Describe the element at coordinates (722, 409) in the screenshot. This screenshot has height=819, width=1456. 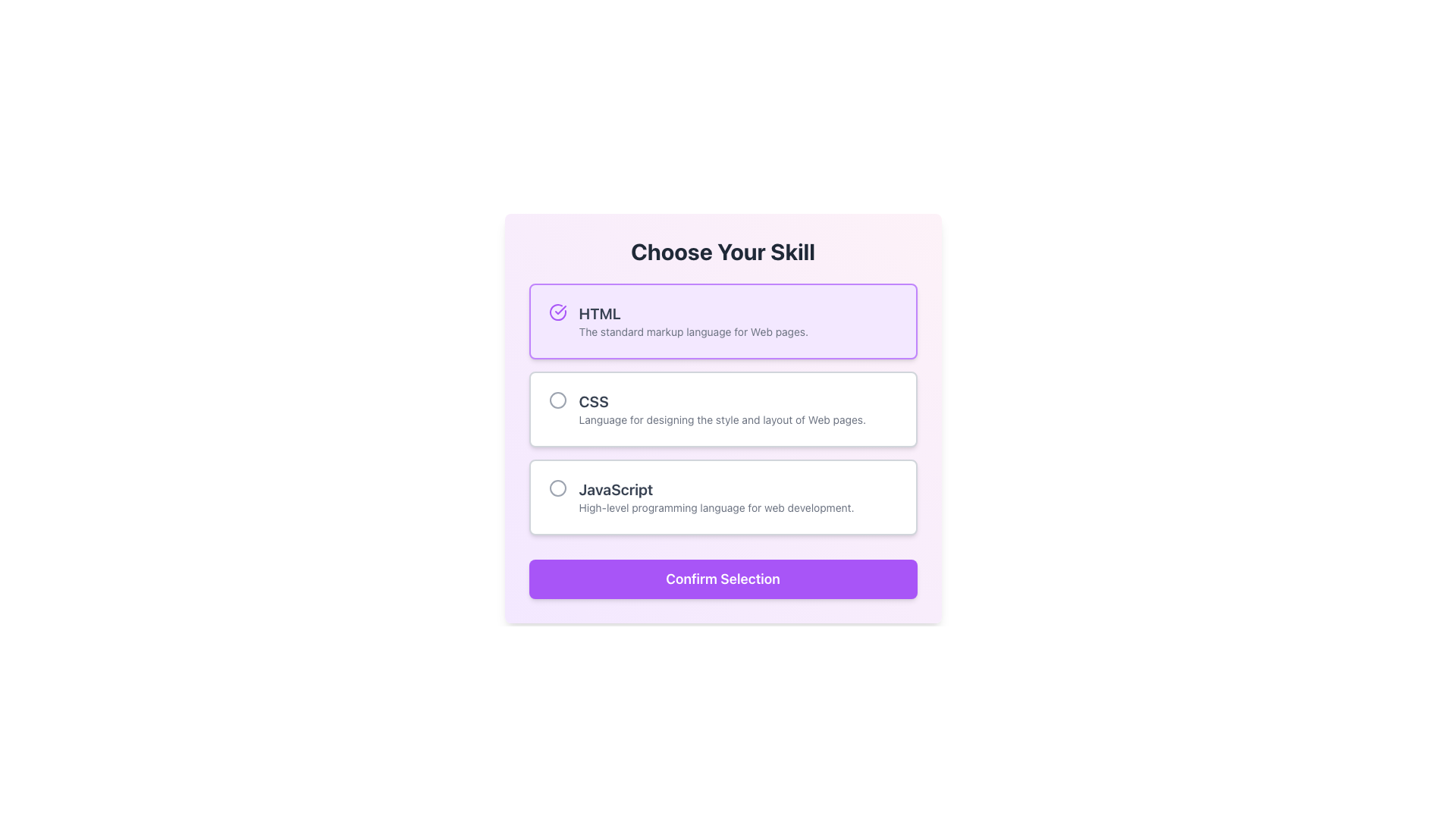
I see `the radio button for 'CSS' skill selection, the second card in the list under 'Choose Your Skill'` at that location.